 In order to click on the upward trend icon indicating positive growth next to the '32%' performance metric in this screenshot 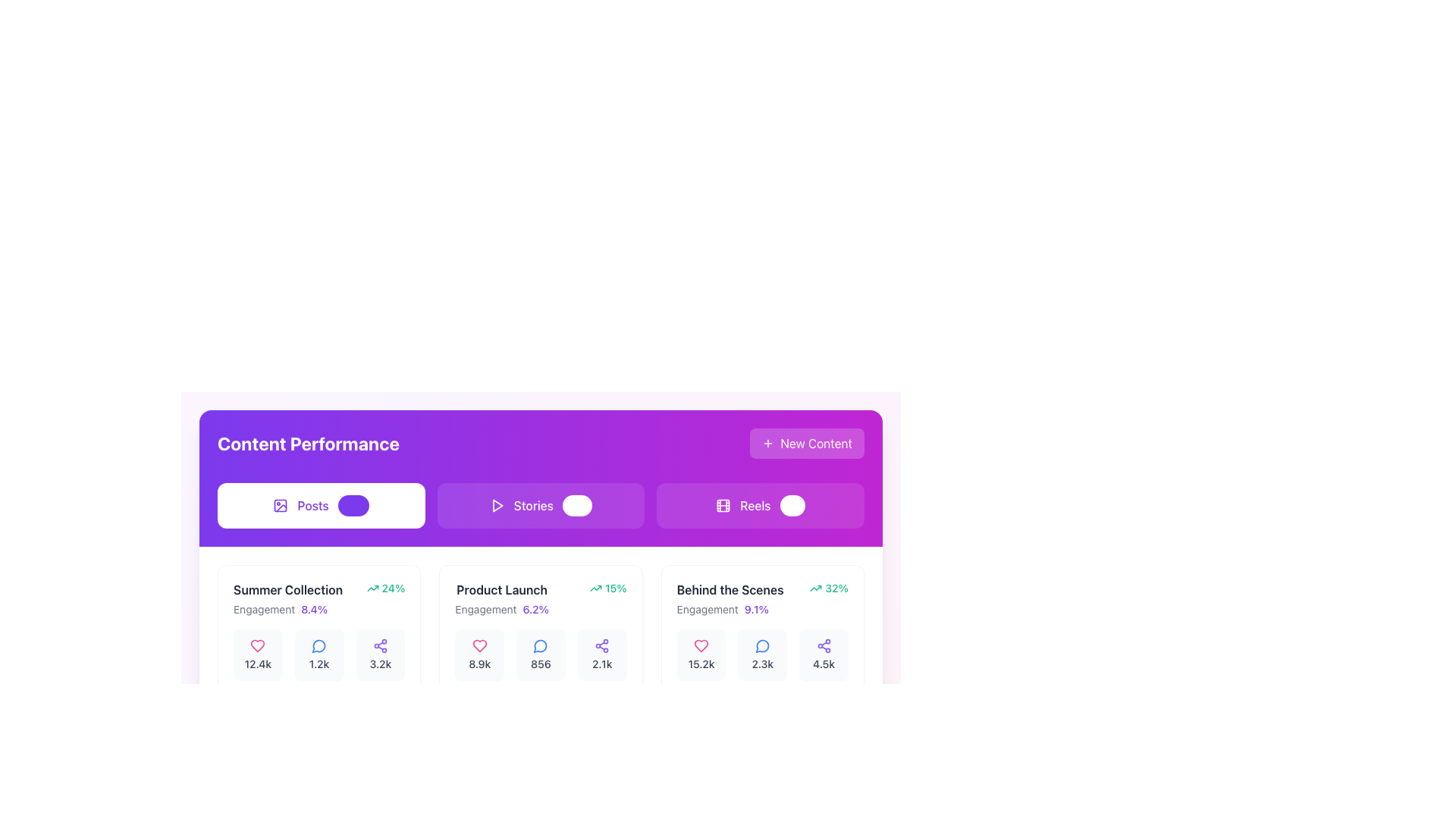, I will do `click(815, 587)`.